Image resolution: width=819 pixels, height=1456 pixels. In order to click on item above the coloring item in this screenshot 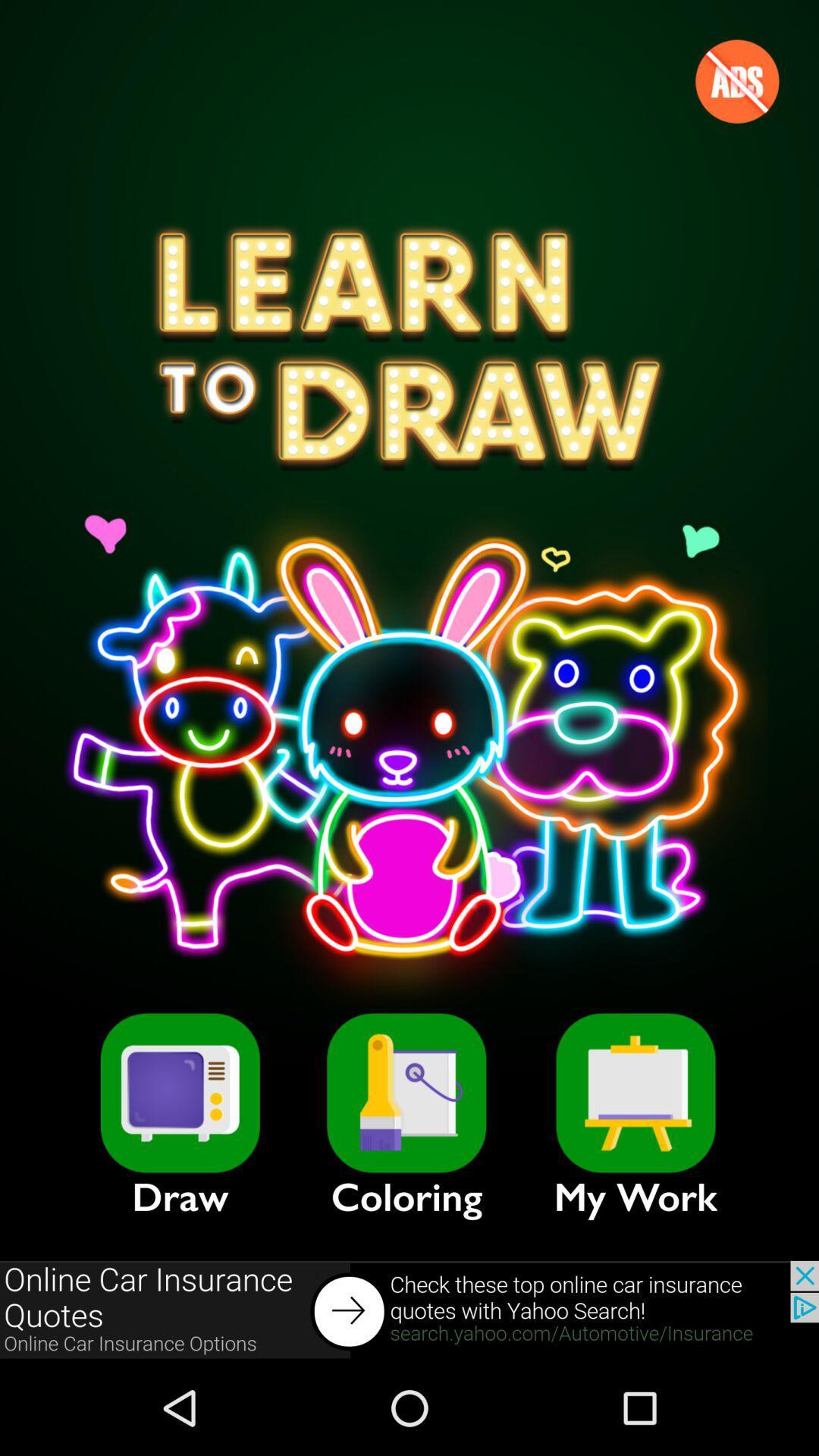, I will do `click(406, 1093)`.